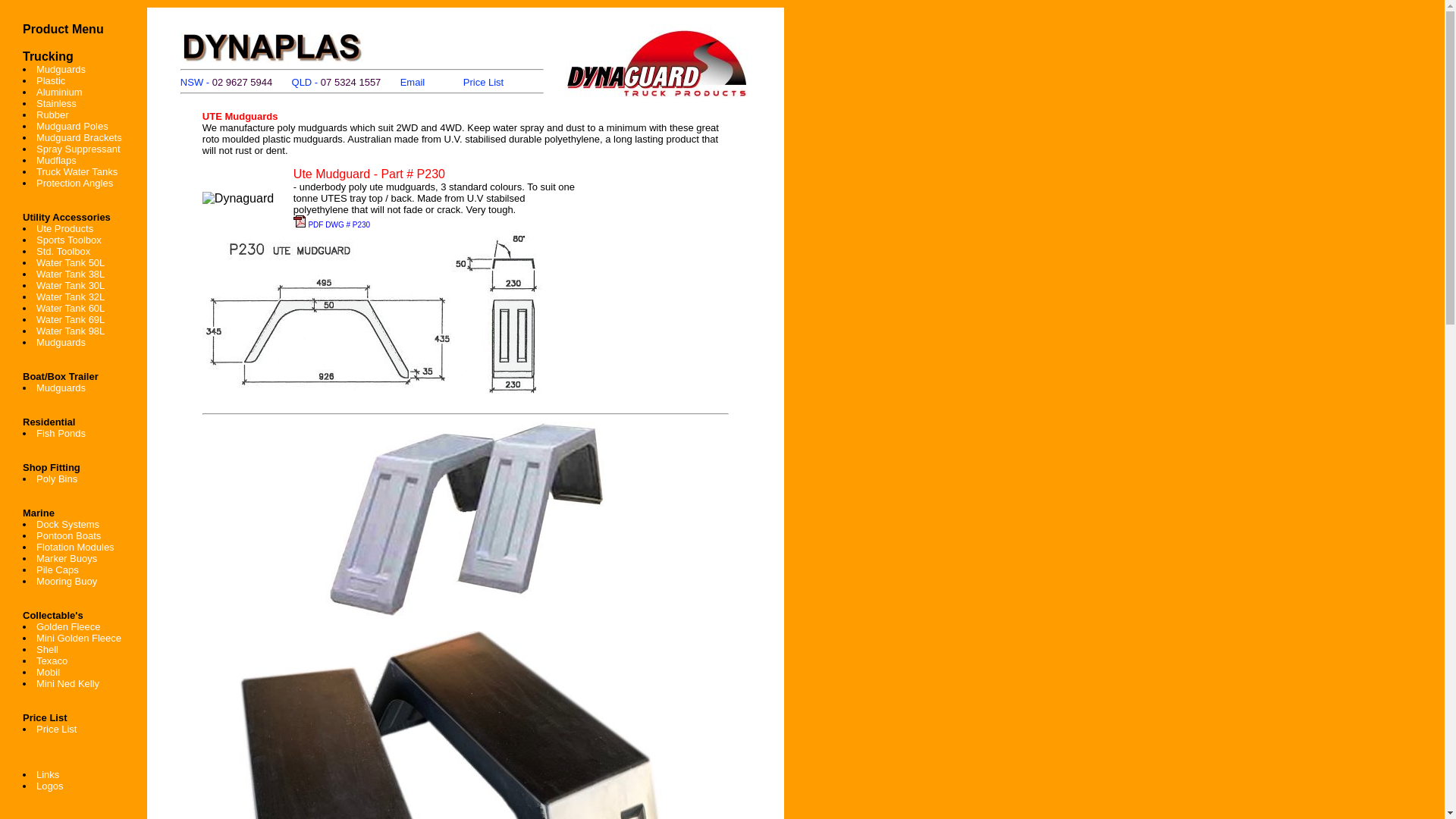 The width and height of the screenshot is (1456, 819). I want to click on 'Water Tank 69L', so click(69, 318).